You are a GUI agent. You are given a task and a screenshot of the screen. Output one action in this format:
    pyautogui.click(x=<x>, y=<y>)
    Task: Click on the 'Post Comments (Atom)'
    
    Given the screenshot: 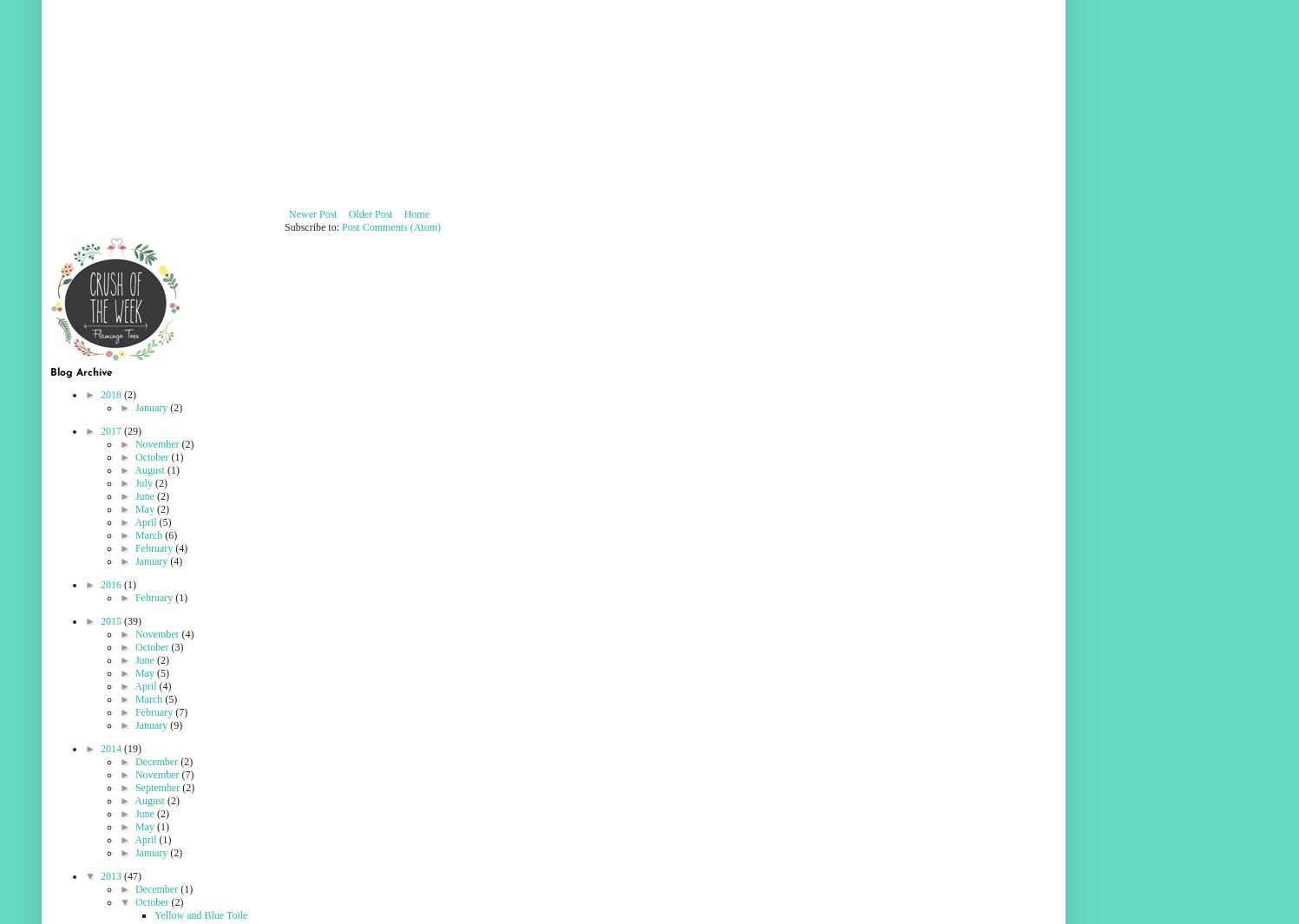 What is the action you would take?
    pyautogui.click(x=391, y=226)
    